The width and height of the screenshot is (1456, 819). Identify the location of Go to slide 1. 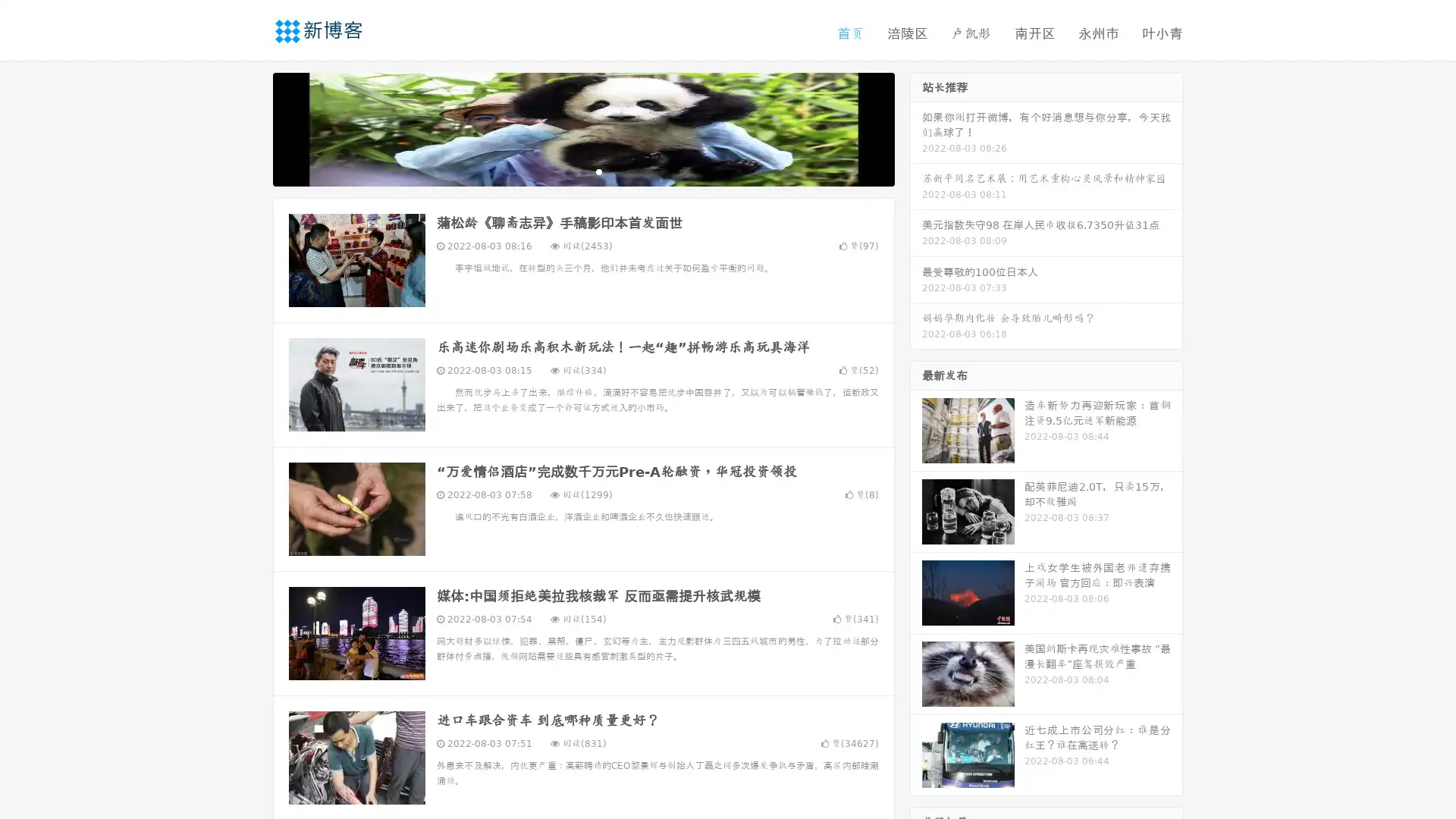
(567, 171).